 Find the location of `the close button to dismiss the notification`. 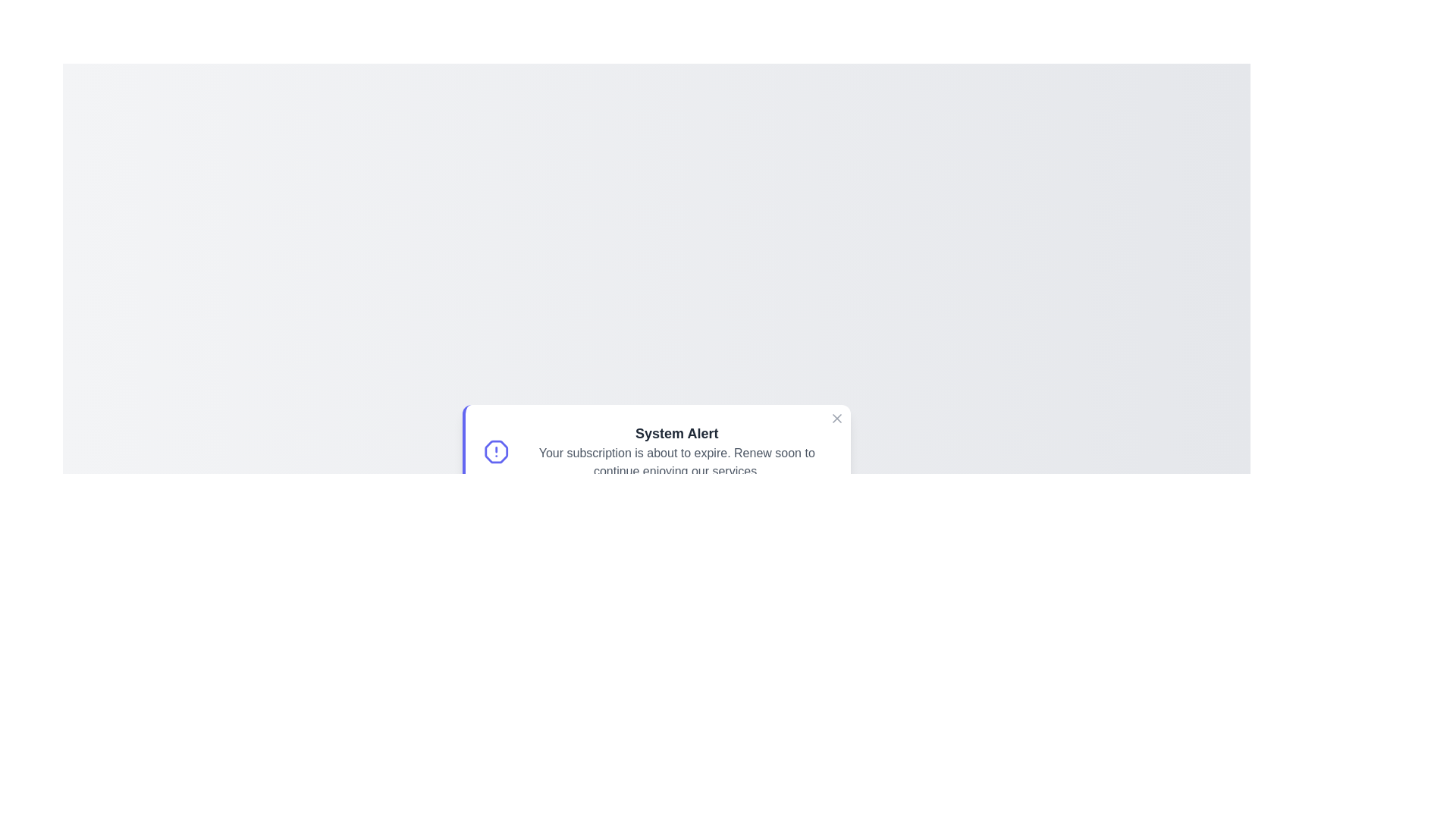

the close button to dismiss the notification is located at coordinates (836, 418).